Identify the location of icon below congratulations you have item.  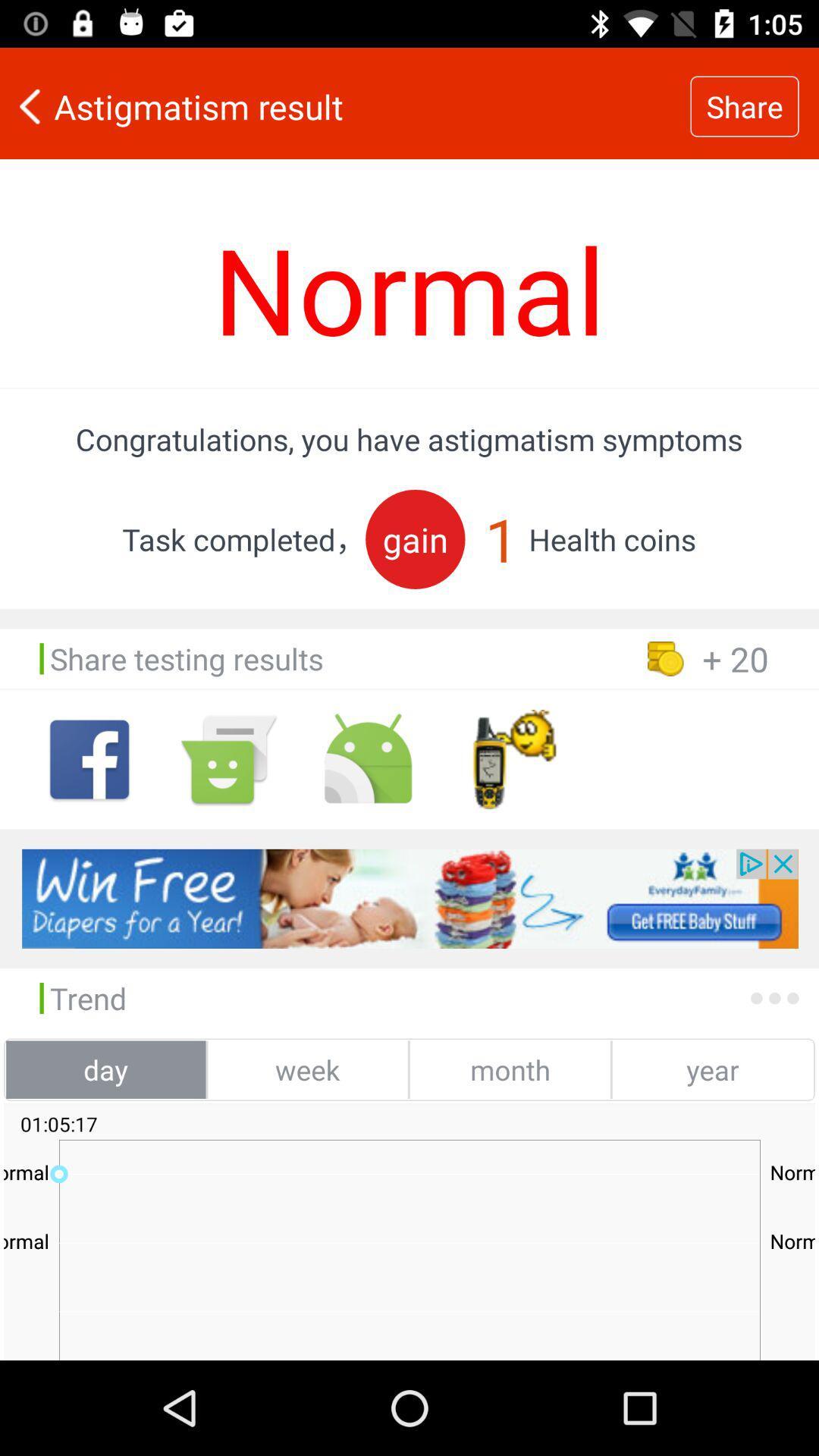
(415, 539).